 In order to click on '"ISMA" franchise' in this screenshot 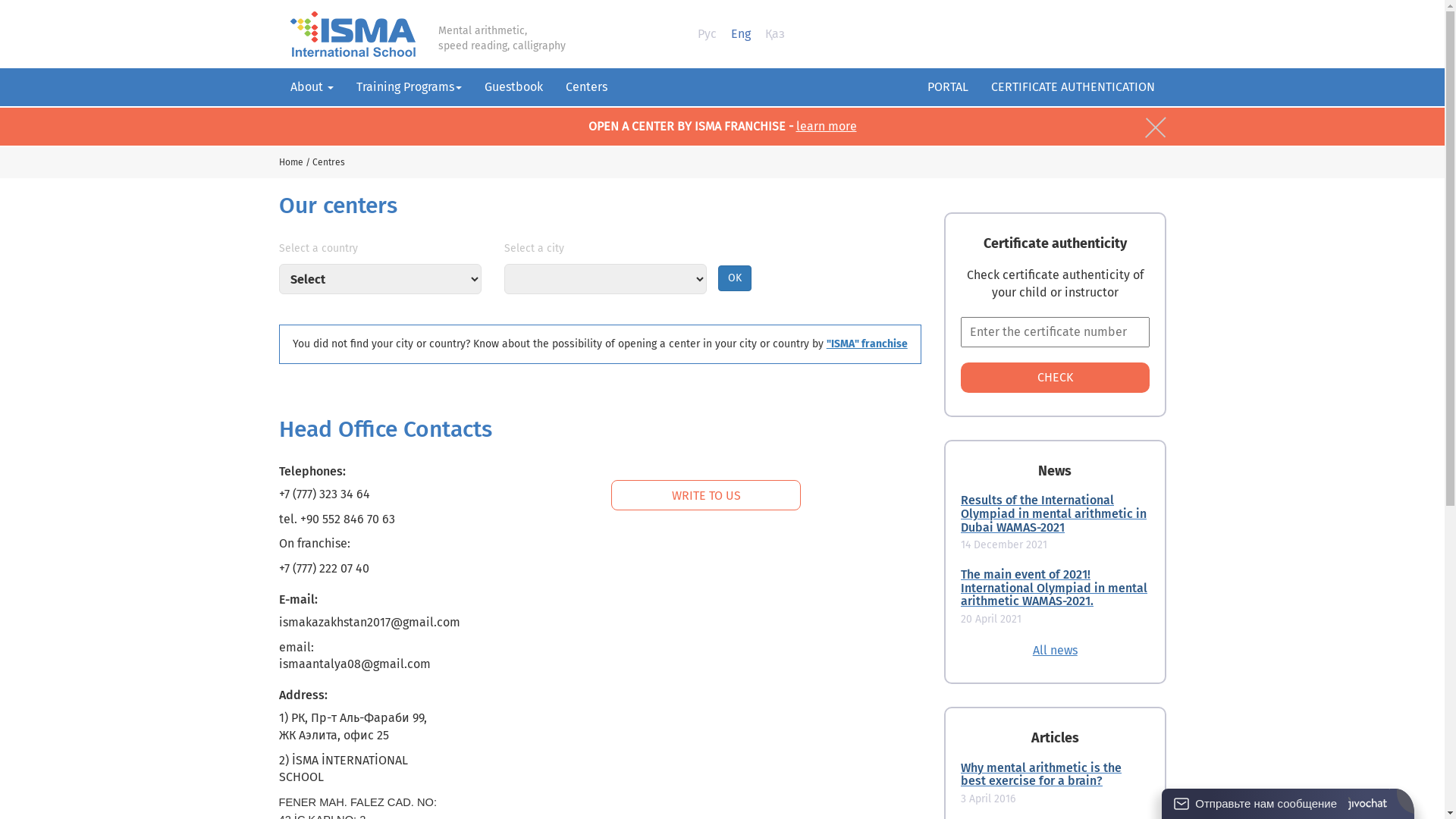, I will do `click(867, 344)`.